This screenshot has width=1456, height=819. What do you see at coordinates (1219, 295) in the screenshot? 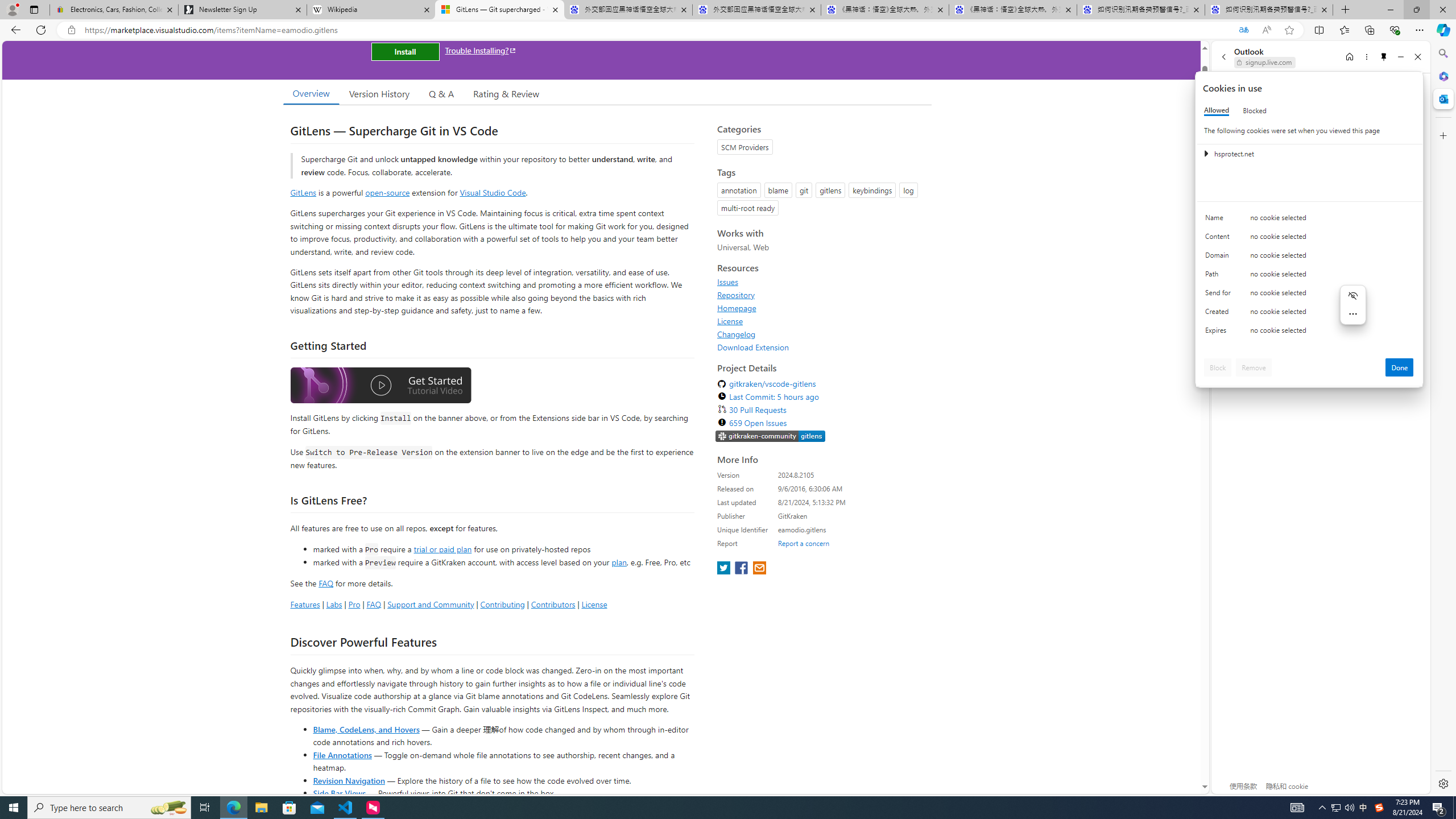
I see `'Send for'` at bounding box center [1219, 295].